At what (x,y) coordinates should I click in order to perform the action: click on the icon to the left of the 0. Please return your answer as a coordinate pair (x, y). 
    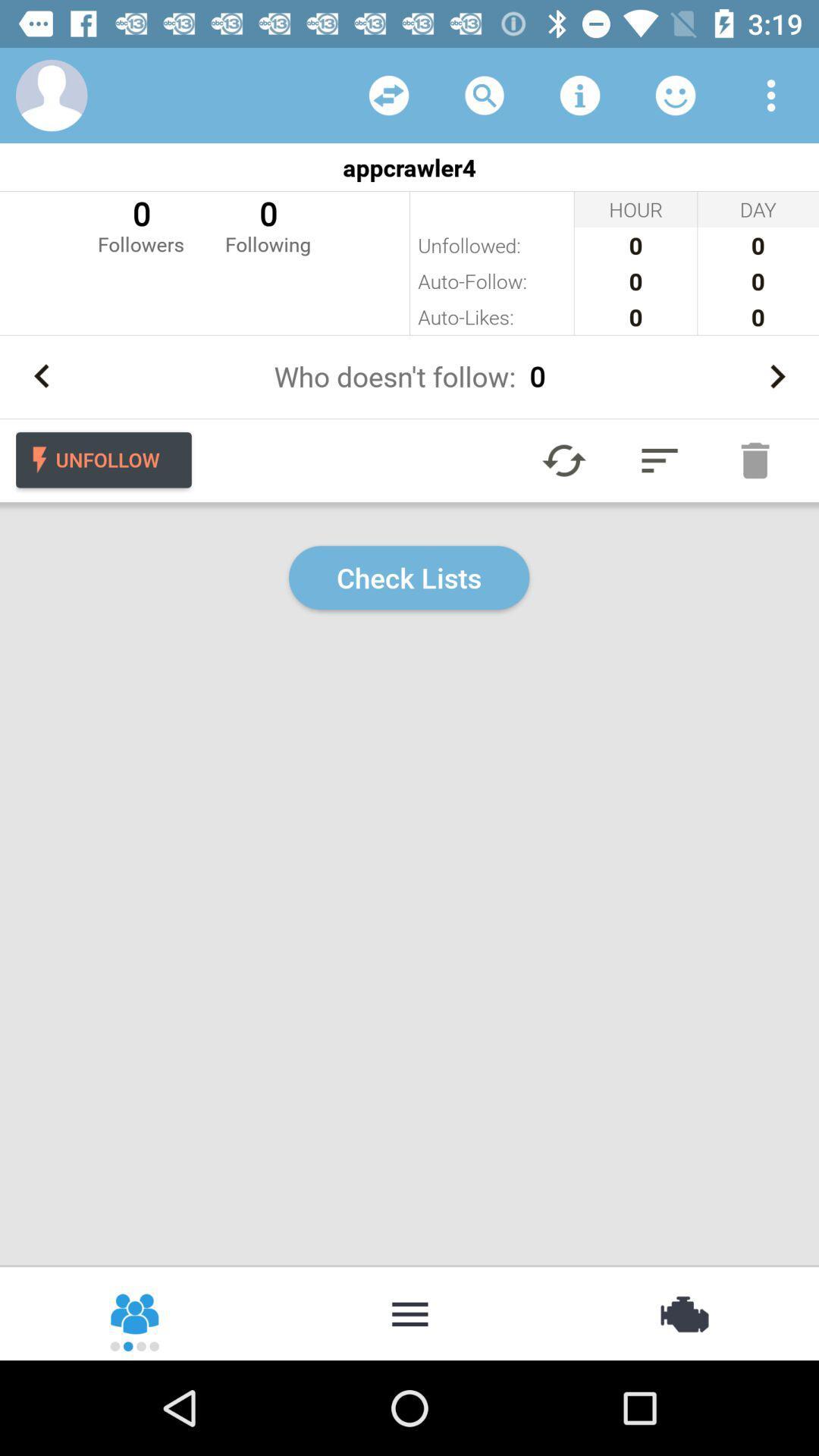
    Looking at the image, I should click on (140, 224).